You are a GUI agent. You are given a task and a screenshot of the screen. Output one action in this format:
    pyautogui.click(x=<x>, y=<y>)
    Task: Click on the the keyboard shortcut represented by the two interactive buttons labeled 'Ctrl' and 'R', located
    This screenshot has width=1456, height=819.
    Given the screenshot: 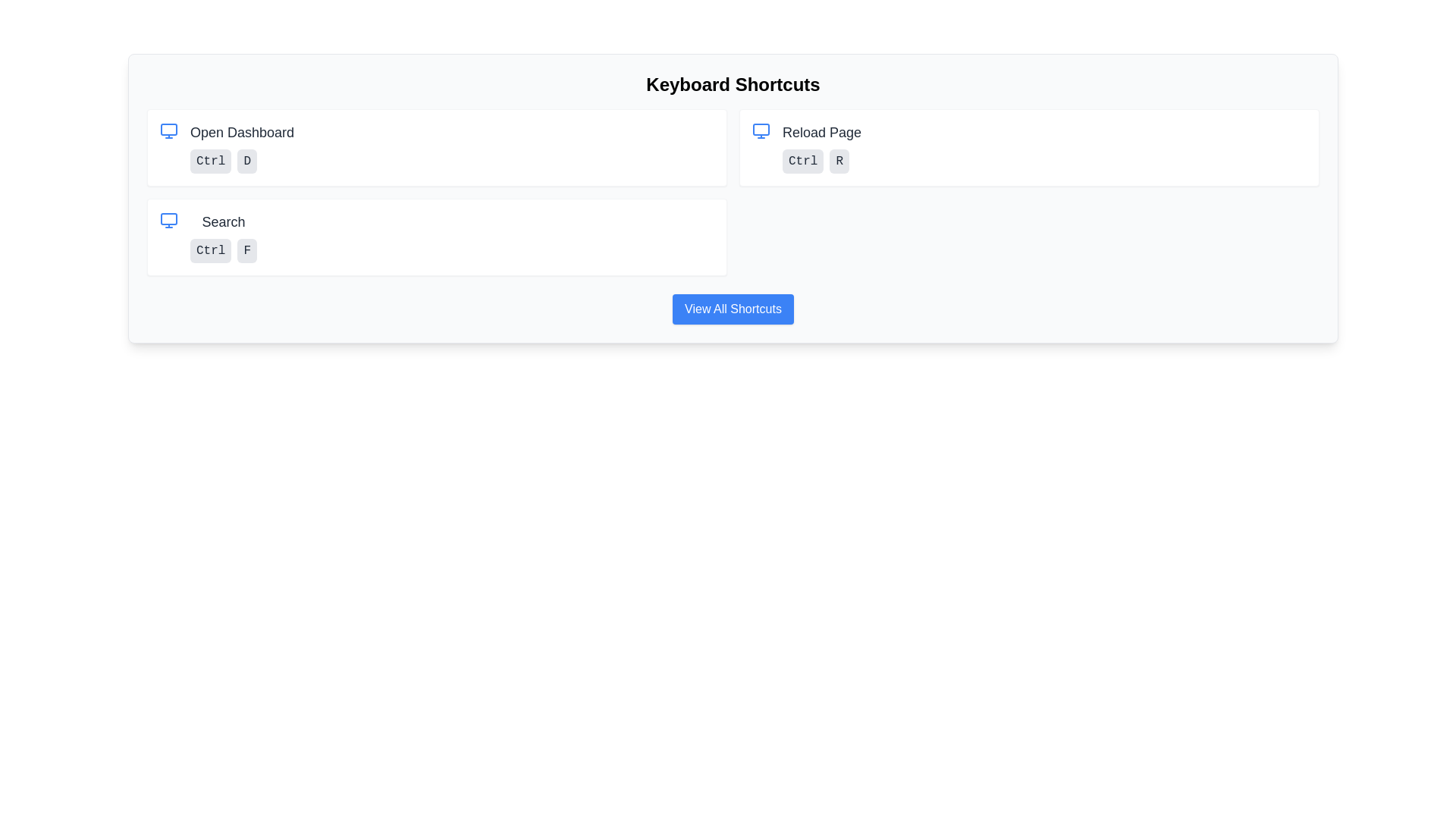 What is the action you would take?
    pyautogui.click(x=821, y=161)
    